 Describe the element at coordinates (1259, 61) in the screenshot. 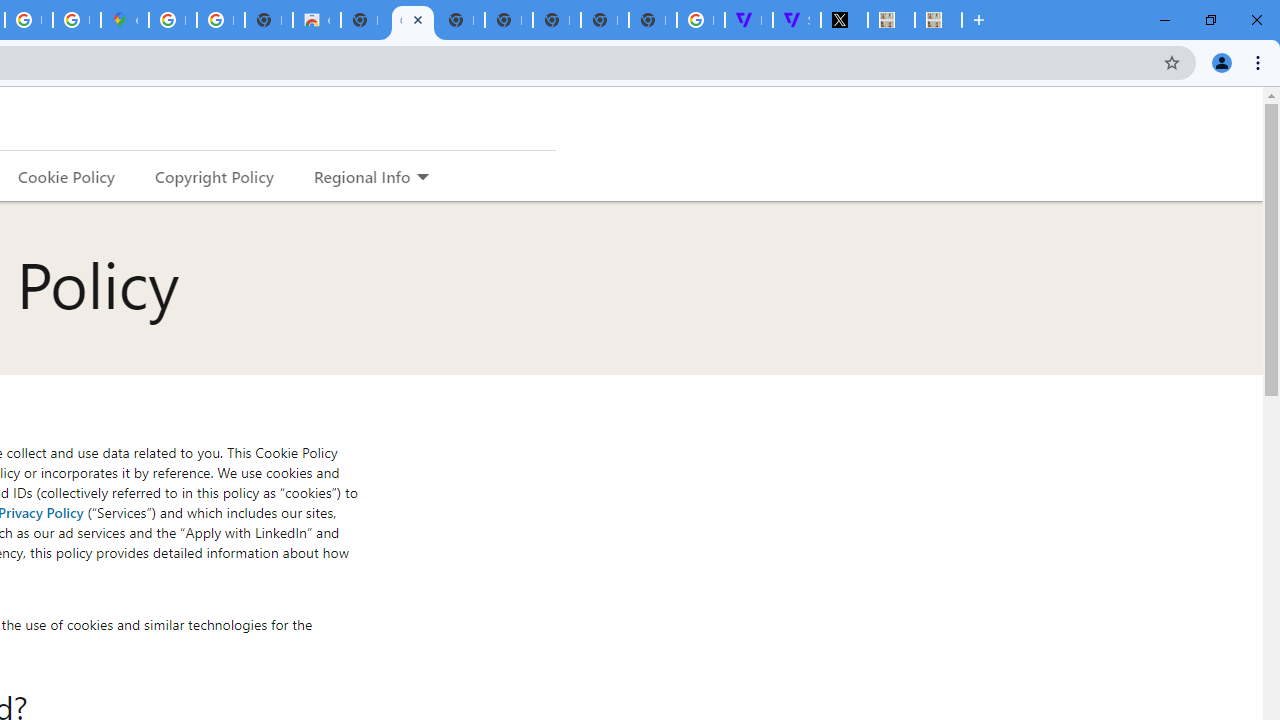

I see `'Chrome'` at that location.